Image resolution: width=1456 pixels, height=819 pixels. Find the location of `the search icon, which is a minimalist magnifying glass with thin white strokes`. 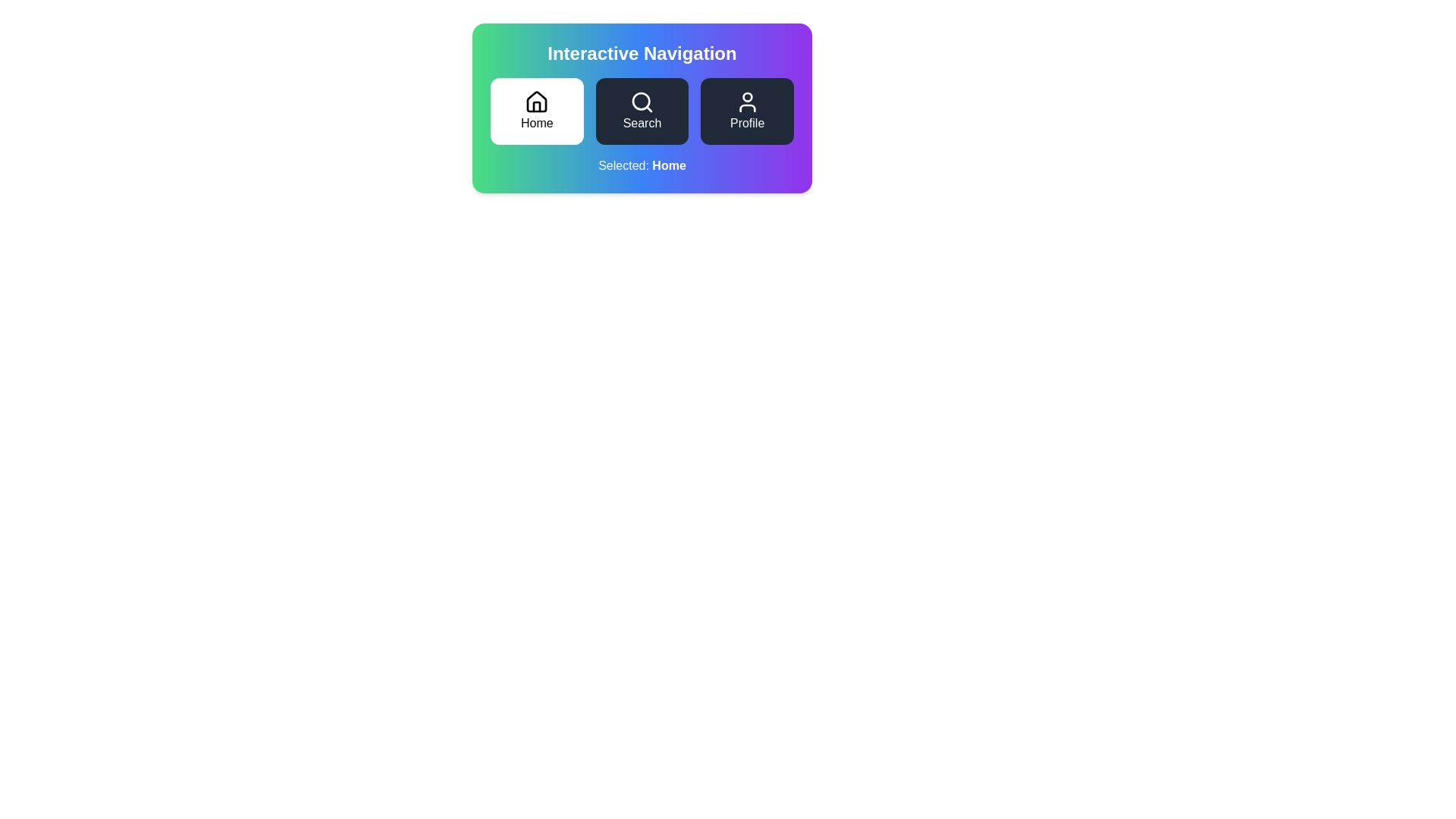

the search icon, which is a minimalist magnifying glass with thin white strokes is located at coordinates (642, 102).